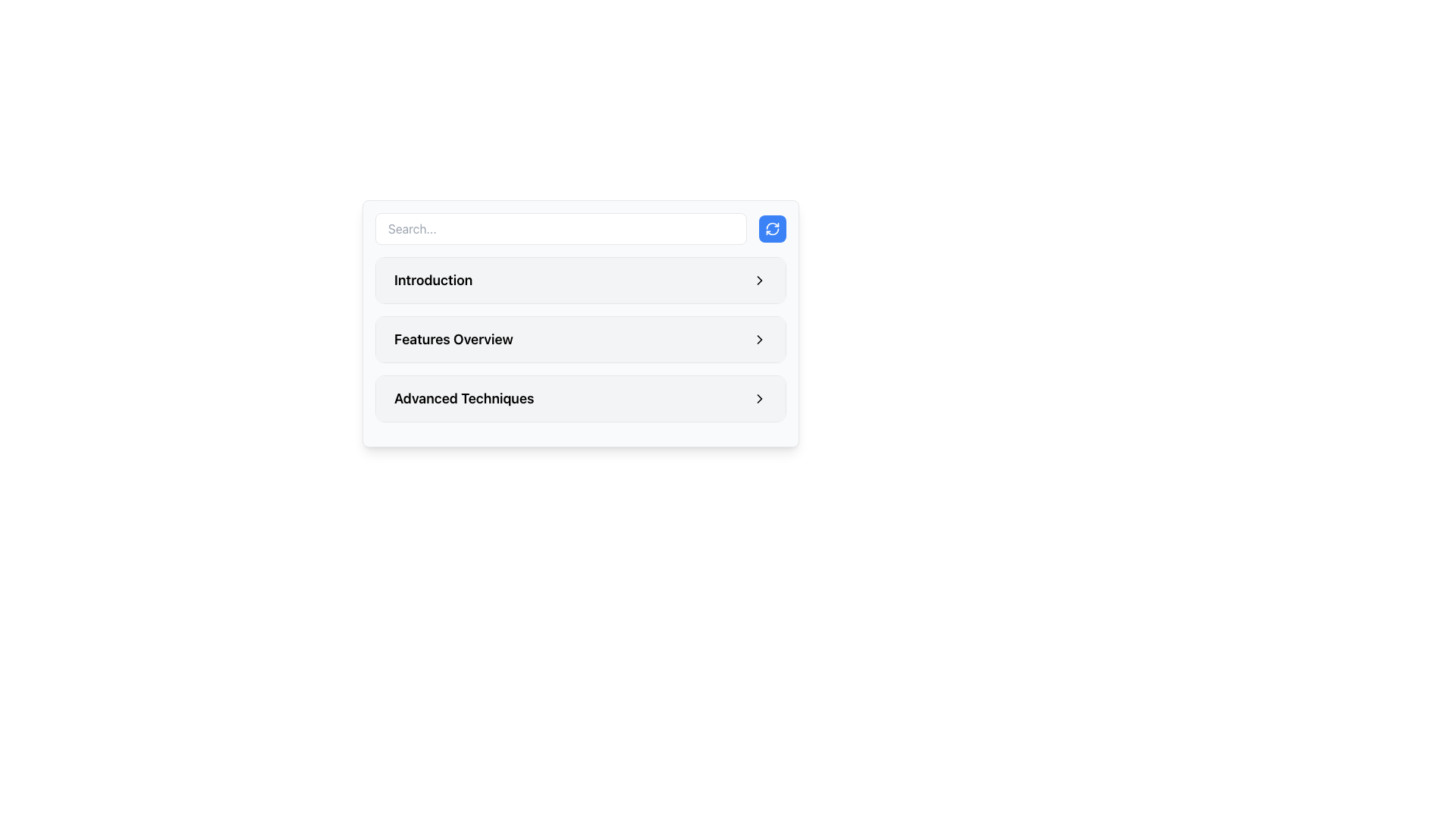  I want to click on the 'Features Overview' button, which is a rectangular area with a light gray background, located second in a vertical list of buttons, so click(580, 338).